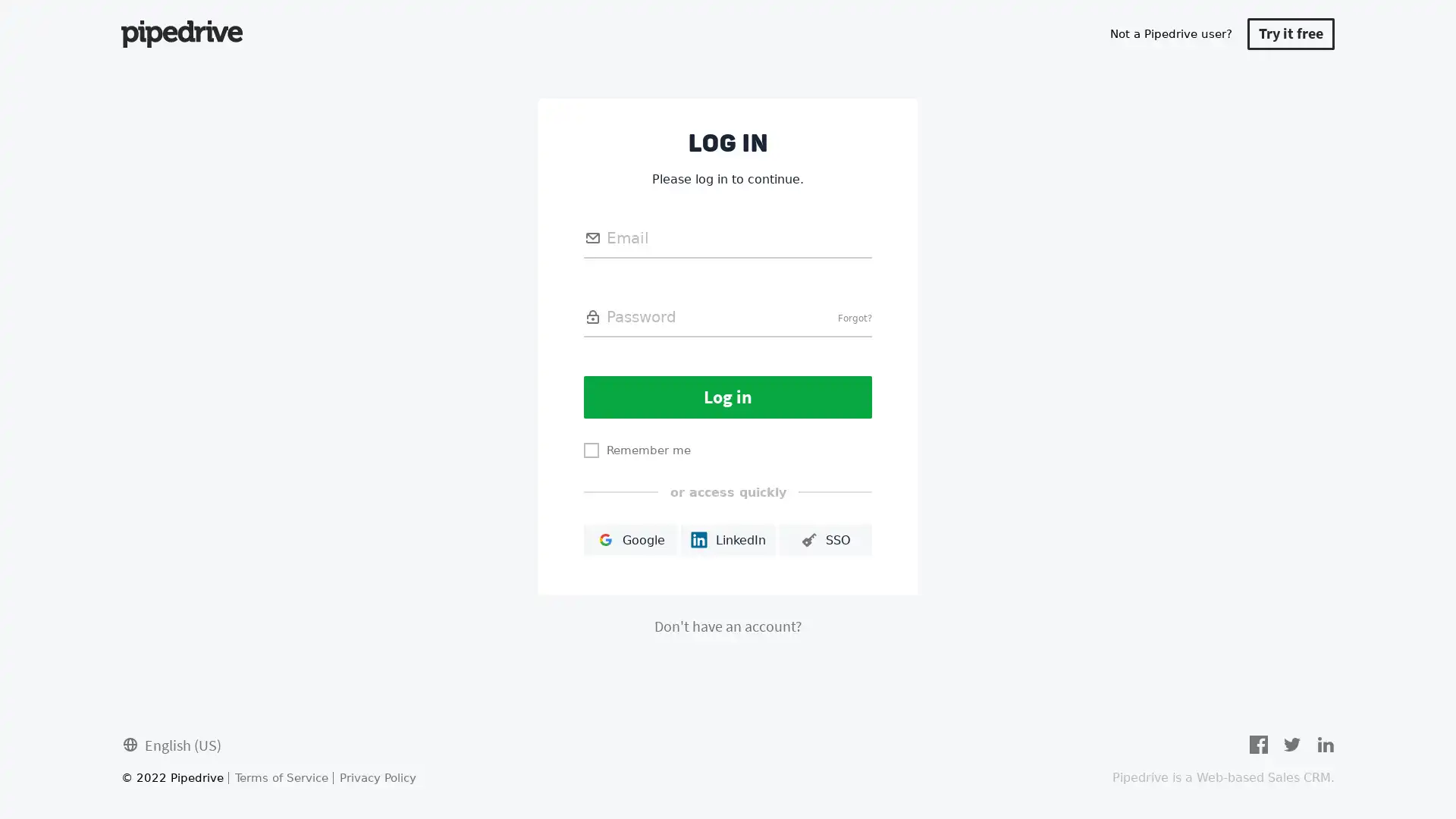  What do you see at coordinates (728, 396) in the screenshot?
I see `Log in` at bounding box center [728, 396].